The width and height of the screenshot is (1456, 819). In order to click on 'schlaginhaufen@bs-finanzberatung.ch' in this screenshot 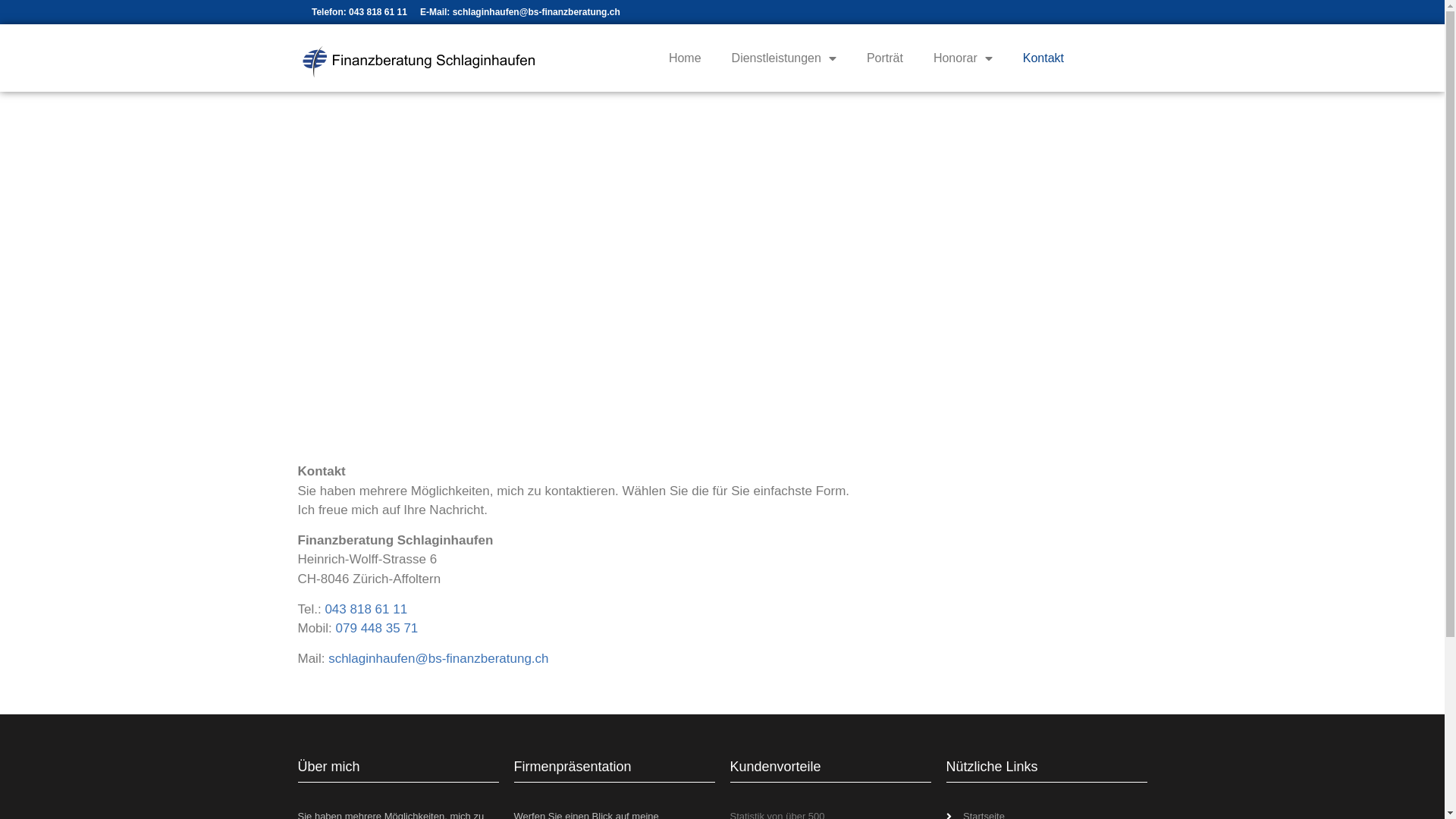, I will do `click(437, 657)`.